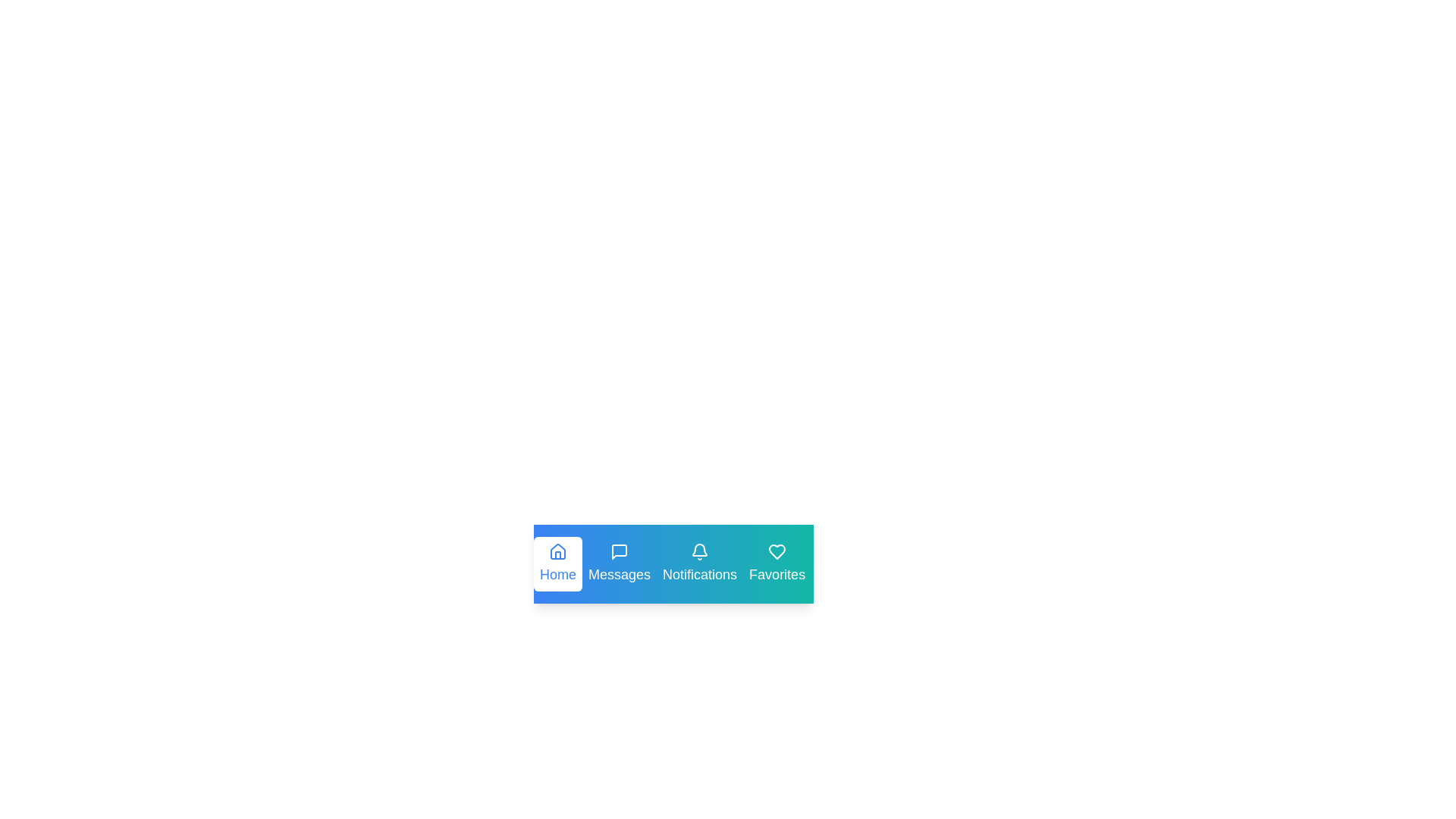 The image size is (1456, 819). What do you see at coordinates (619, 564) in the screenshot?
I see `the tab labeled Messages to preview its interaction` at bounding box center [619, 564].